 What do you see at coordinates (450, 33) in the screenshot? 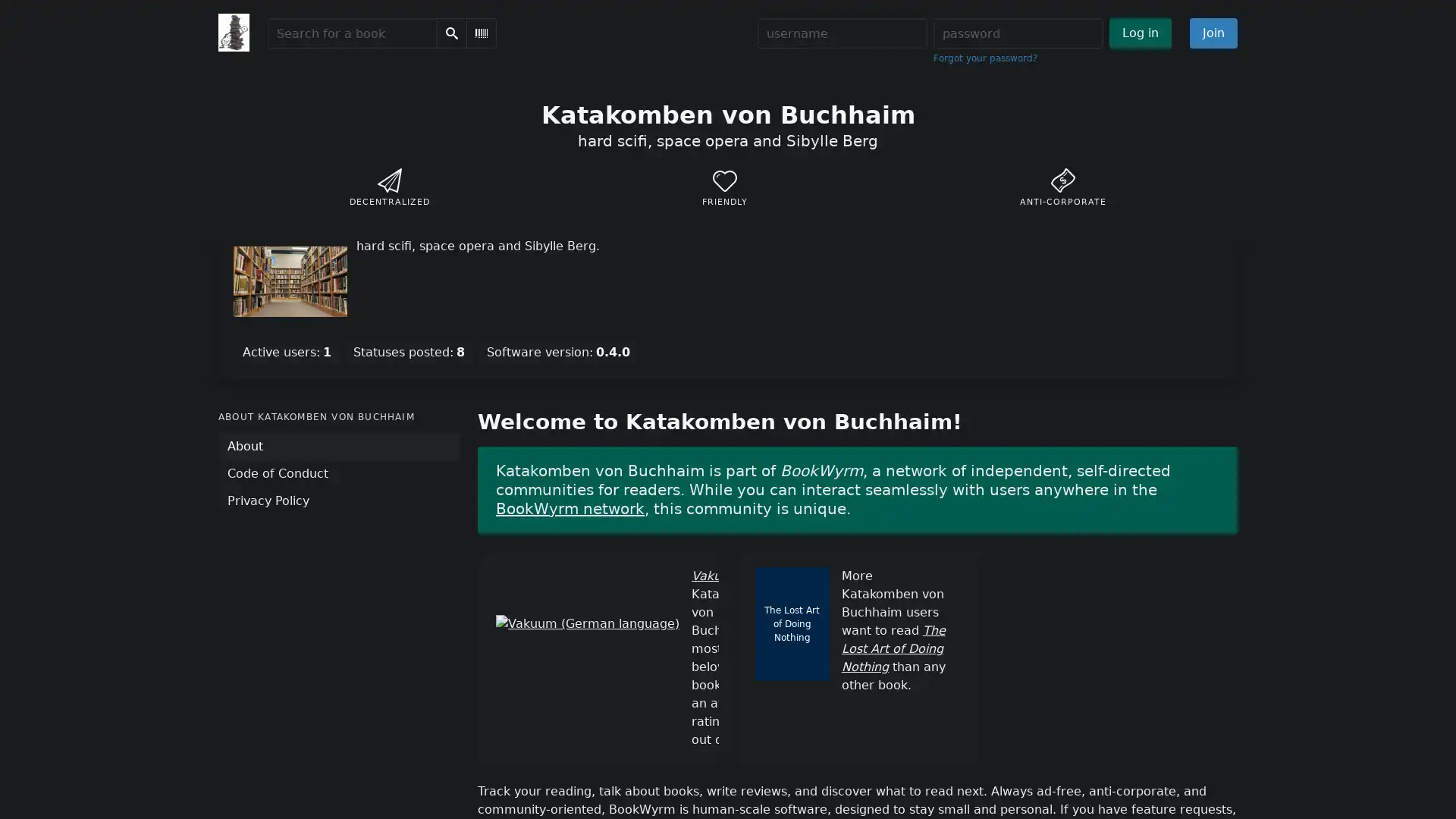
I see `Search` at bounding box center [450, 33].